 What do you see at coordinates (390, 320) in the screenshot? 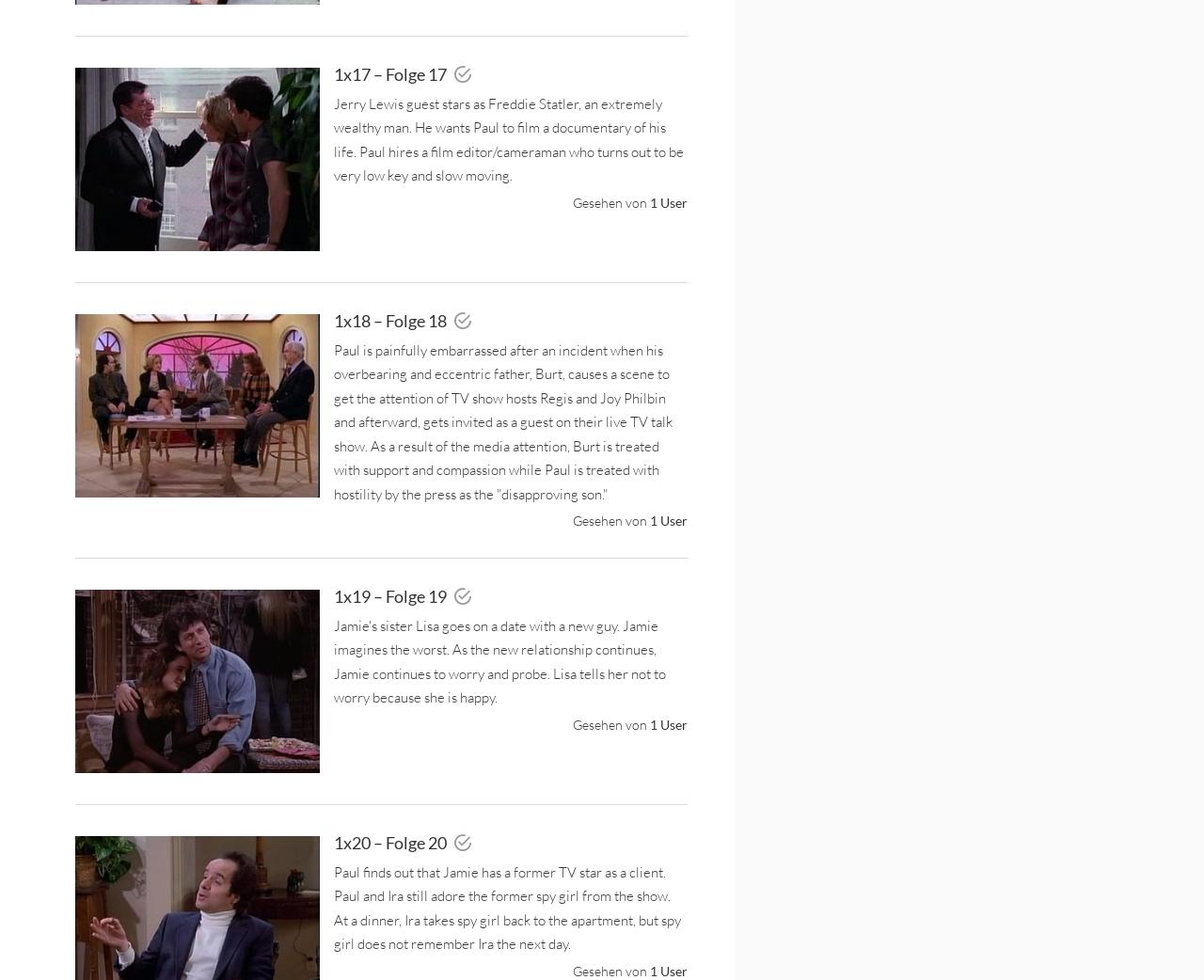
I see `'1x18 – Folge 18'` at bounding box center [390, 320].